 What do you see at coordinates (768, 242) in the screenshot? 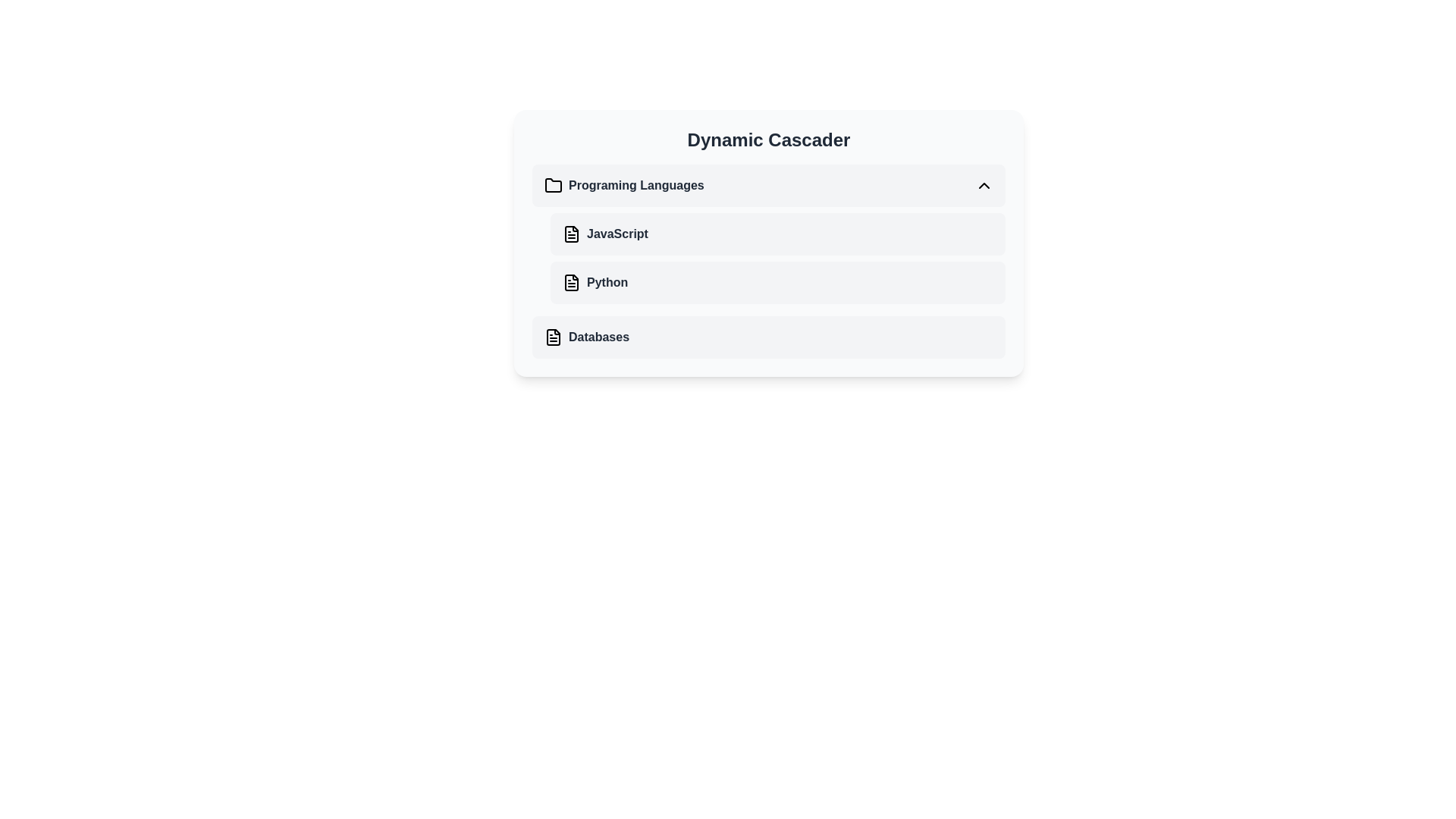
I see `the option 'JavaScript' within the 'Dynamic Cascader' dropdown menu, which is the second item under 'Programming Languages'` at bounding box center [768, 242].